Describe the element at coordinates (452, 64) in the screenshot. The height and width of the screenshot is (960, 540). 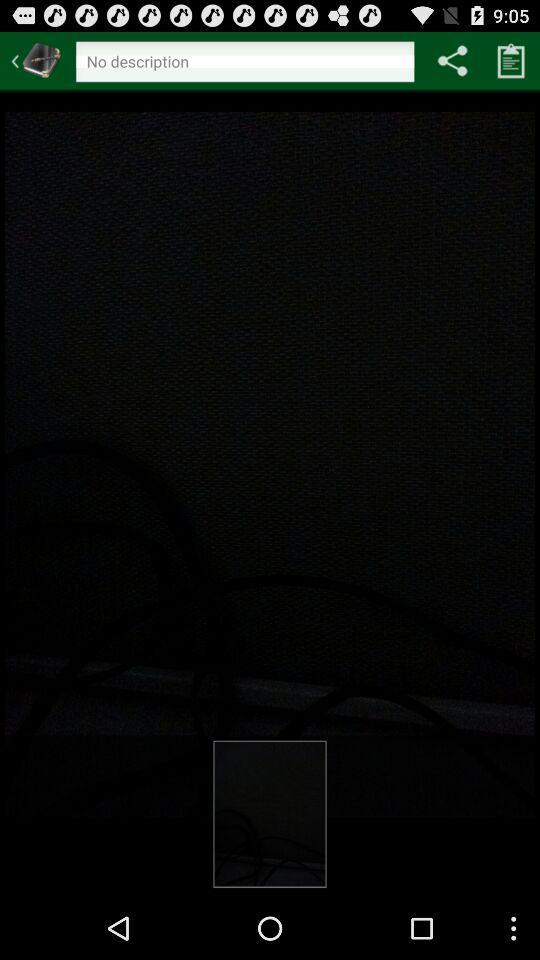
I see `the share icon` at that location.